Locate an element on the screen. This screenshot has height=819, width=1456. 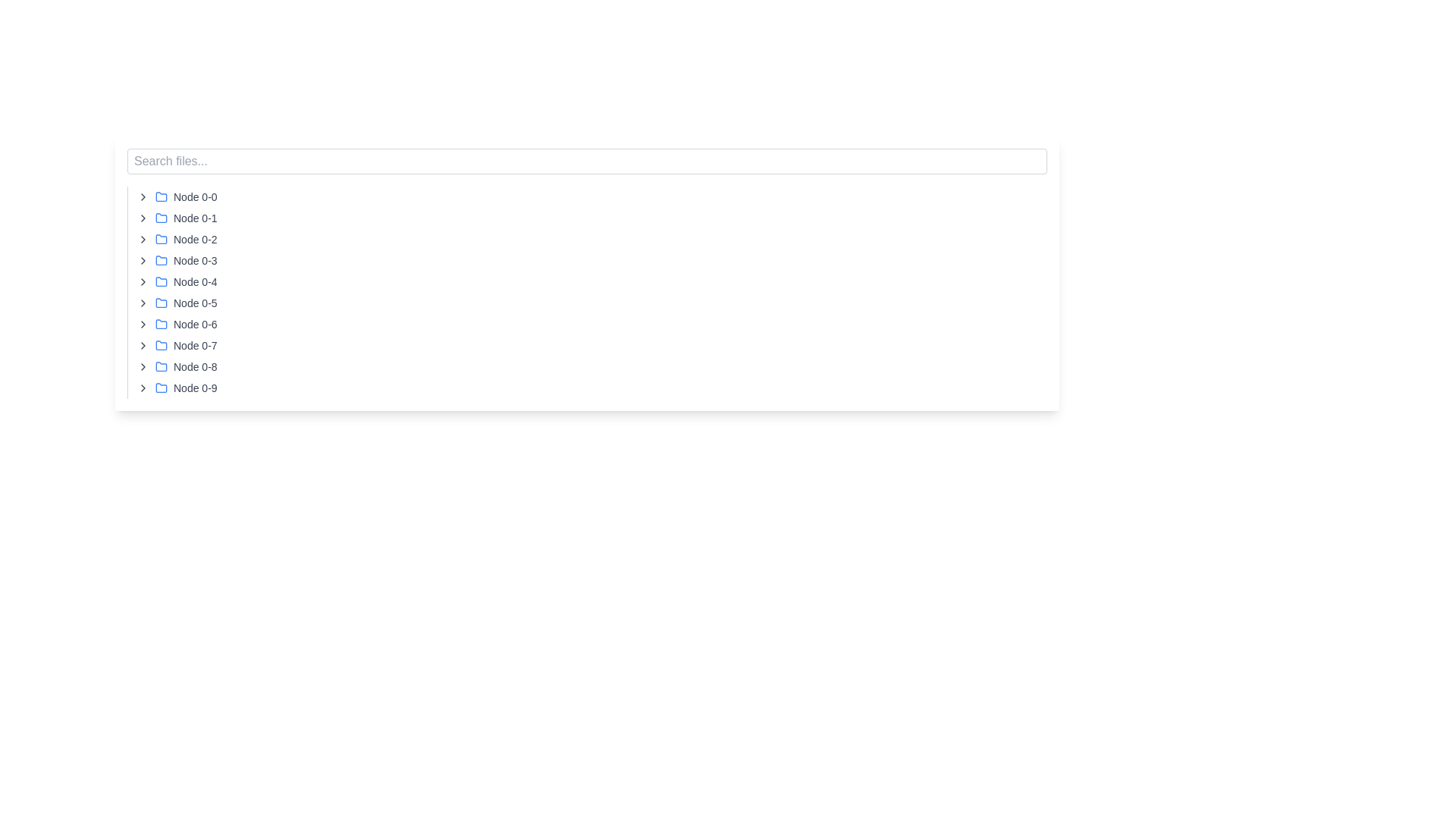
the blue folder icon labeled 'Node 0-7' is located at coordinates (161, 345).